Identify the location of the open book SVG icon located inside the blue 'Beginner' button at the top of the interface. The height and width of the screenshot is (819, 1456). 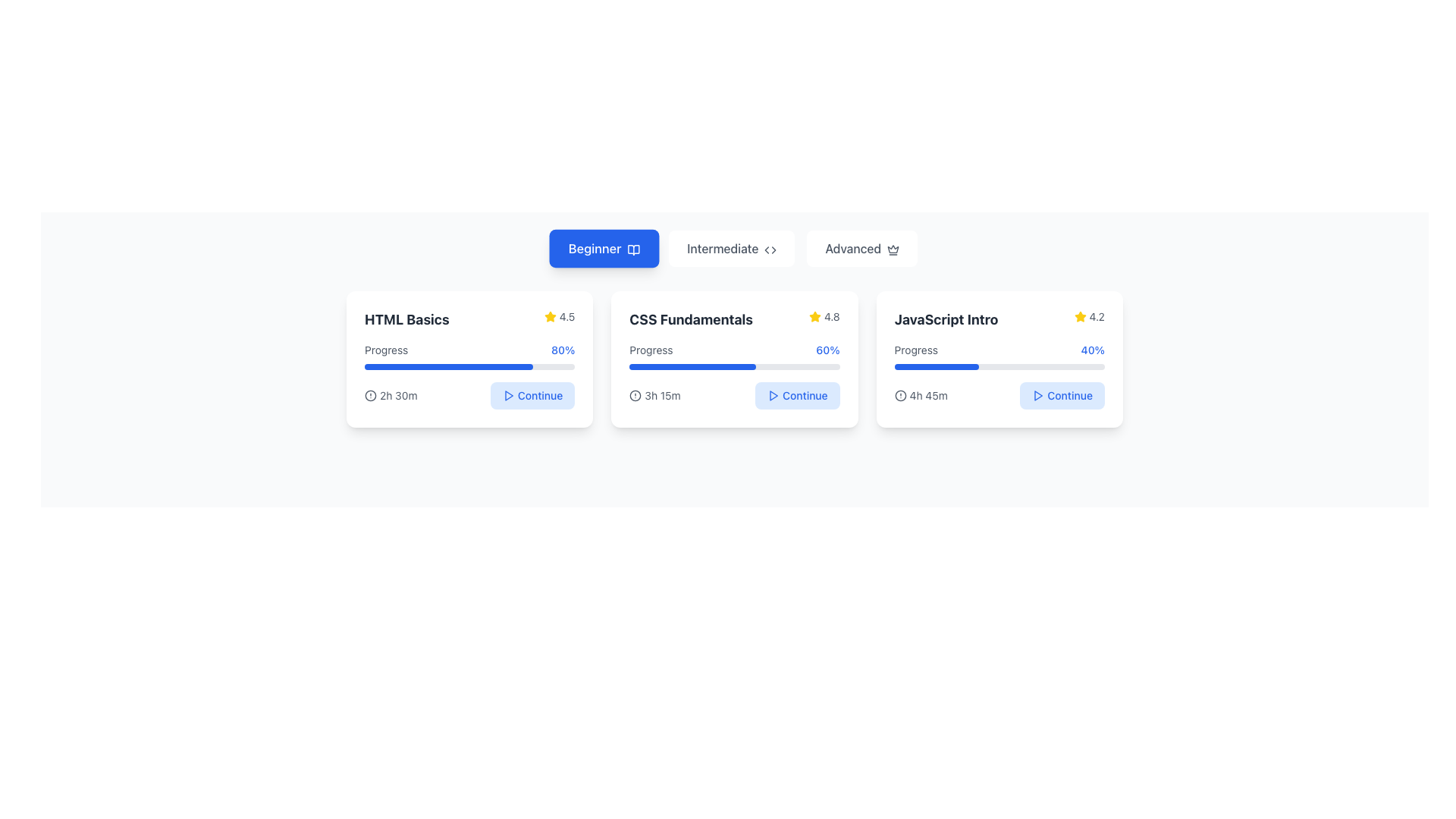
(634, 249).